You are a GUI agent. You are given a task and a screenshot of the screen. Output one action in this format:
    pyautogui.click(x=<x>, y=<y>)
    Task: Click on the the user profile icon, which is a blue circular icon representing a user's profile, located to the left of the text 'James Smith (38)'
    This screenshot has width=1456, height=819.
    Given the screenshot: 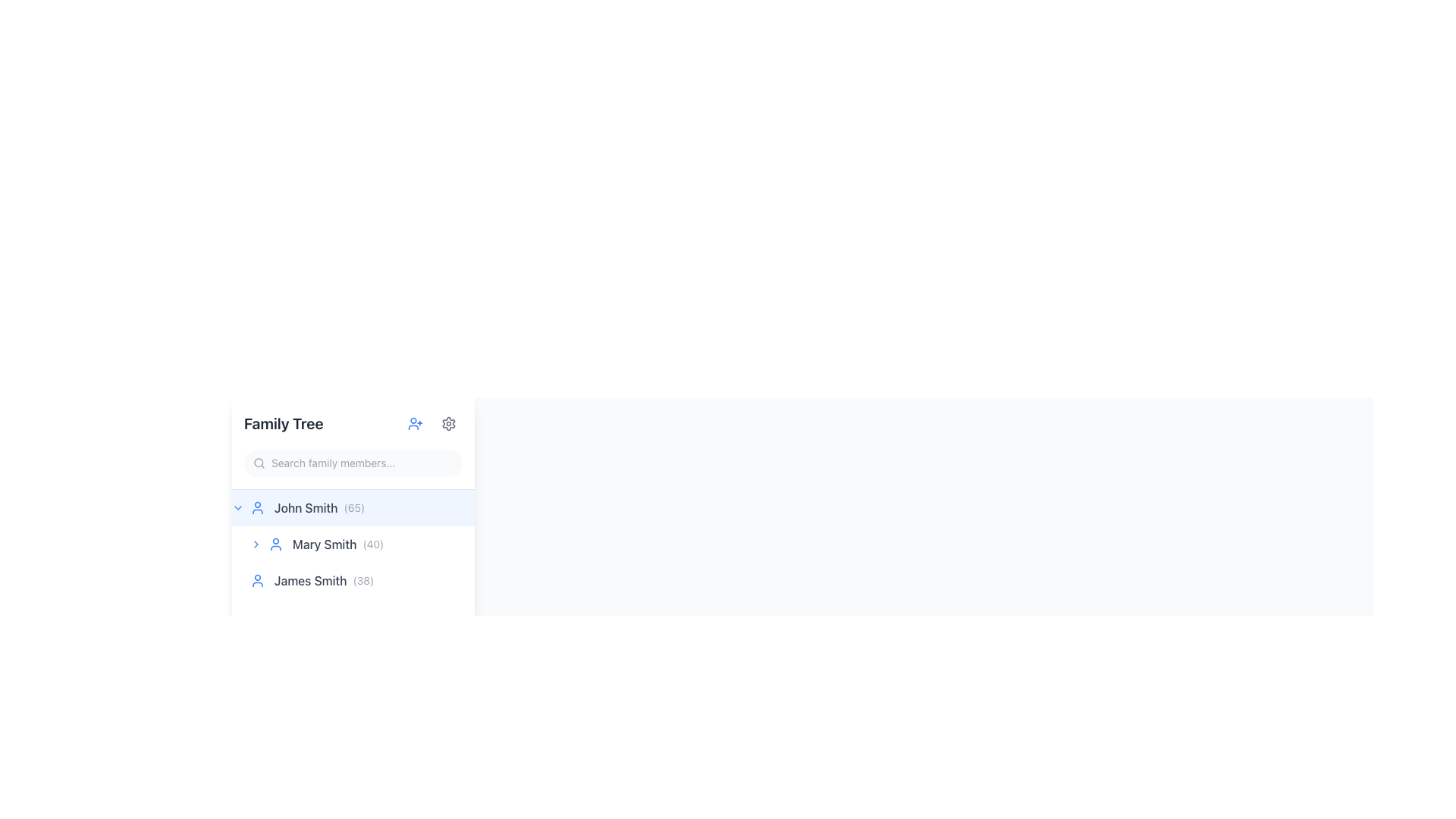 What is the action you would take?
    pyautogui.click(x=258, y=580)
    